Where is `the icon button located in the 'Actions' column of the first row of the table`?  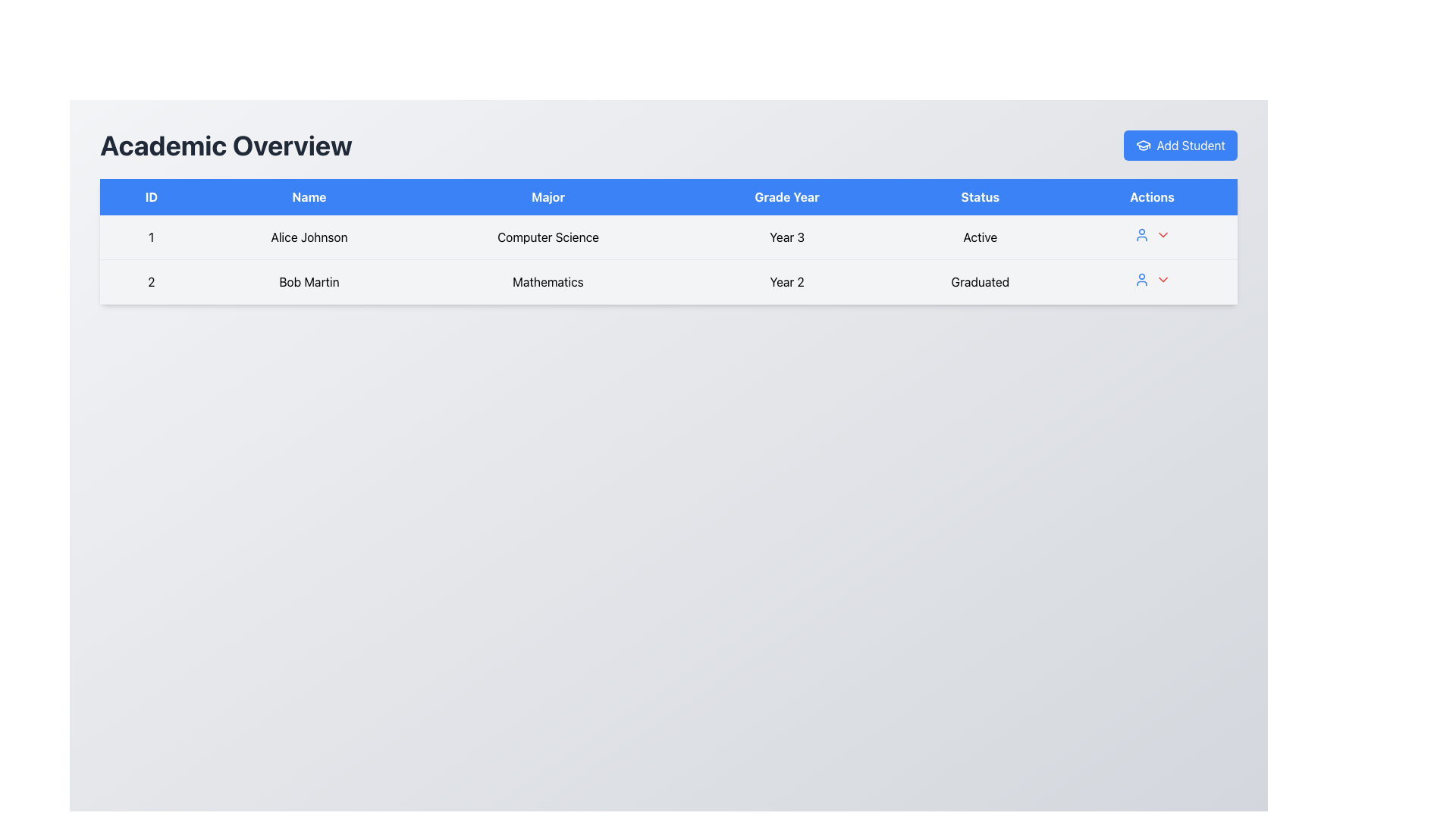
the icon button located in the 'Actions' column of the first row of the table is located at coordinates (1141, 280).